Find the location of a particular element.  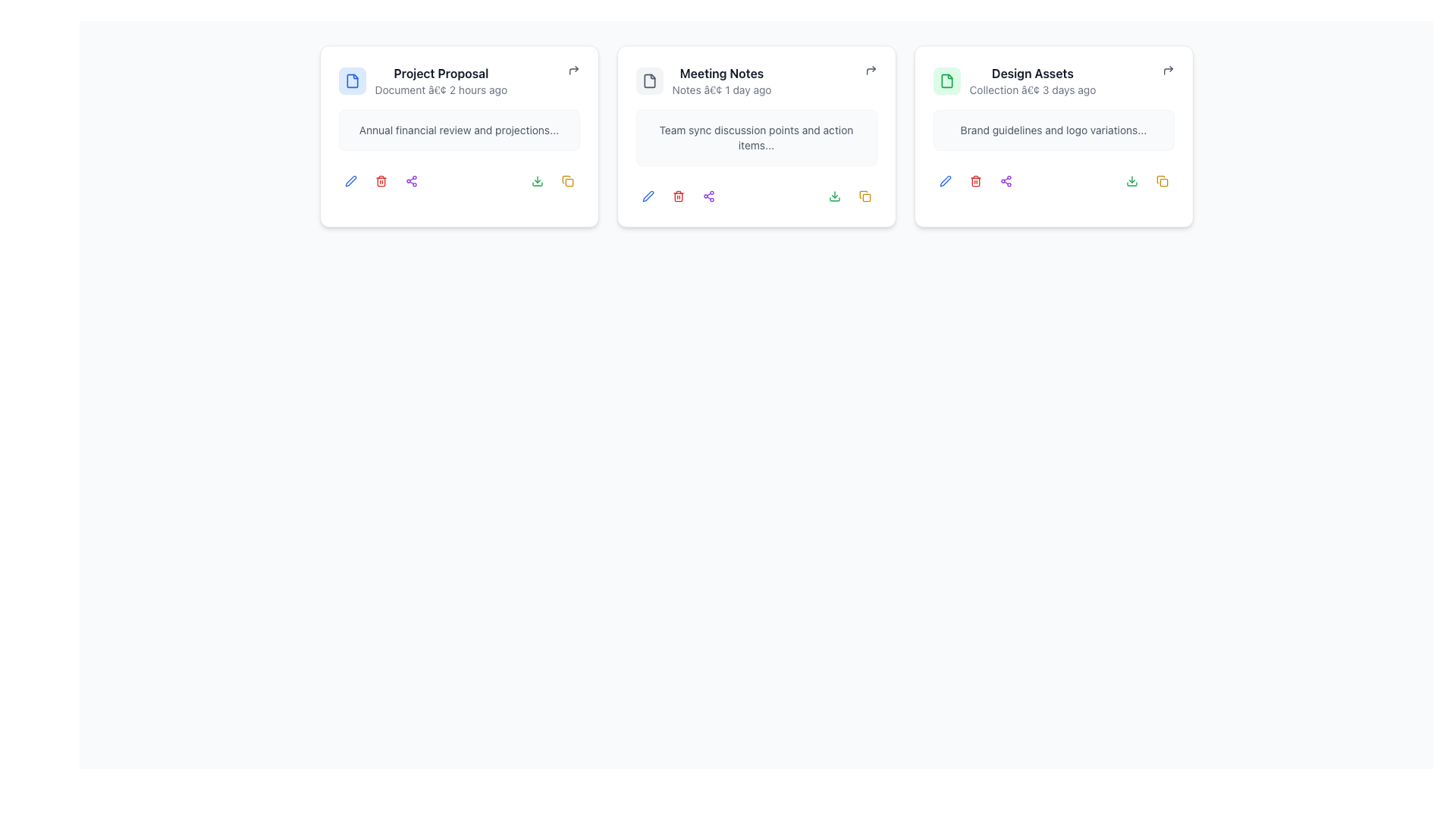

the connection or share icon button, which is located in the bottom-right corner of the 'Project Proposal' card is located at coordinates (411, 180).